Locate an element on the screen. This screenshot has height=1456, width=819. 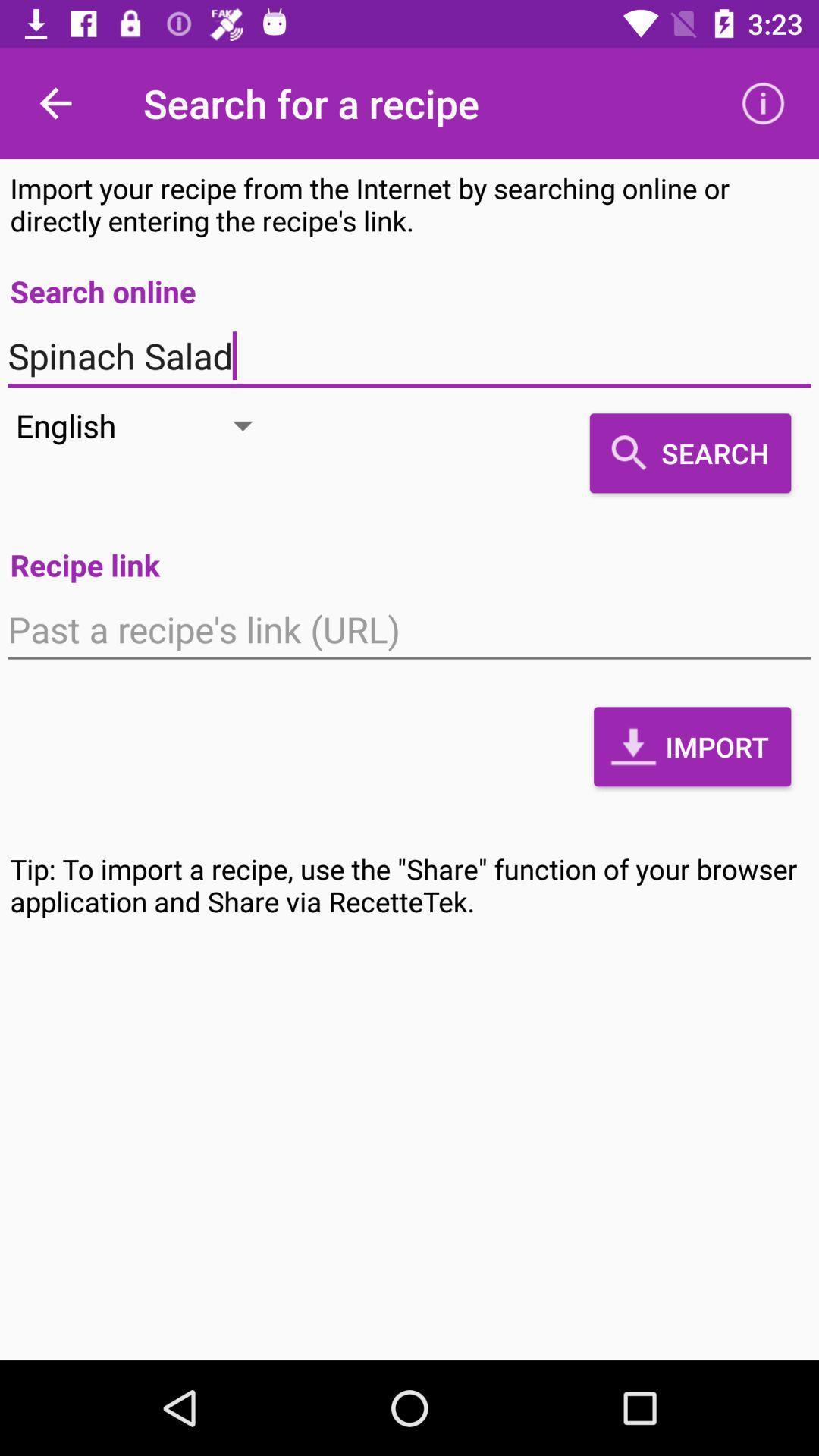
icon below search online is located at coordinates (409, 356).